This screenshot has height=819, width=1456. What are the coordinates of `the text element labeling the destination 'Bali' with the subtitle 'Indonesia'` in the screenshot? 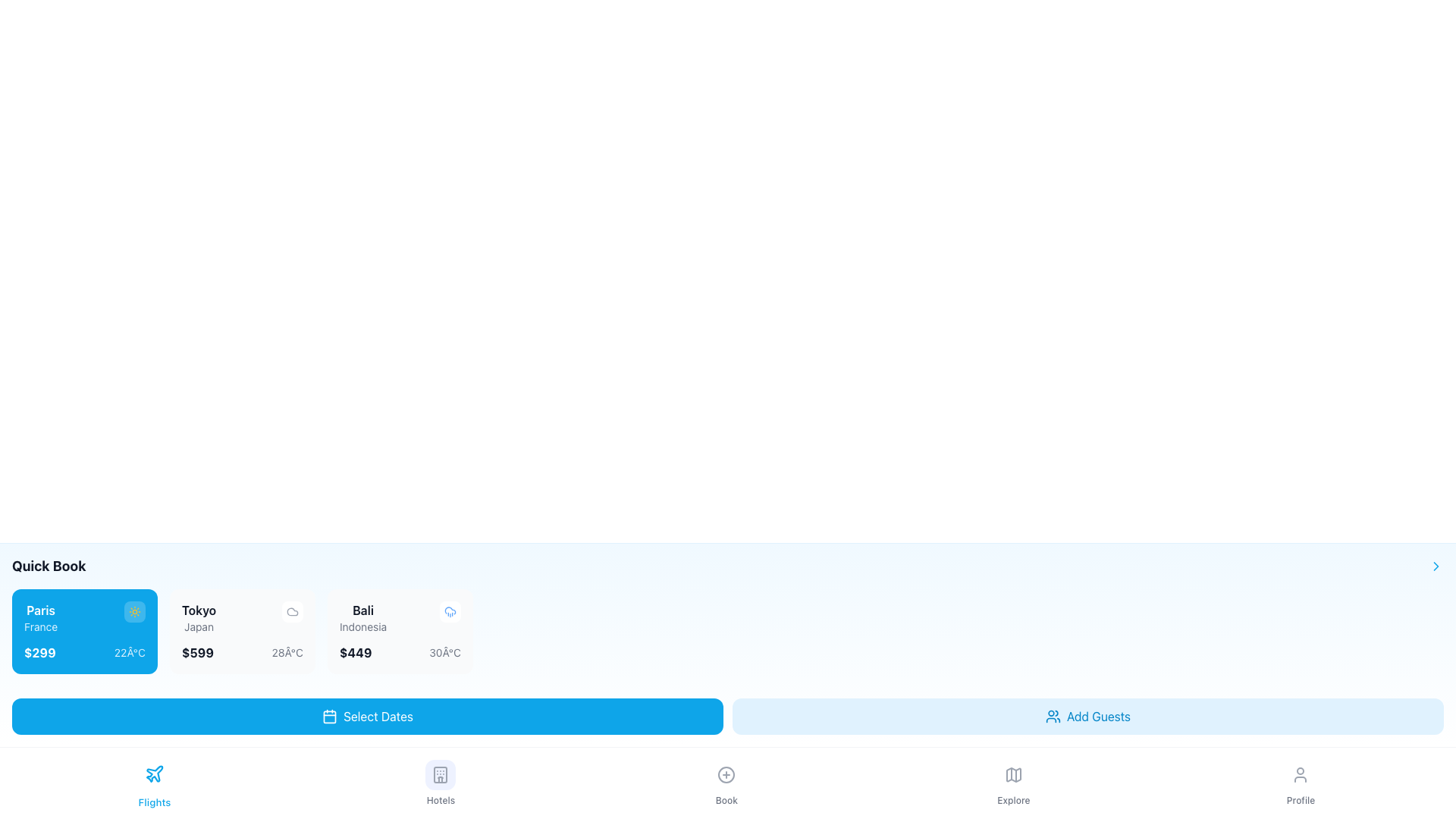 It's located at (362, 617).